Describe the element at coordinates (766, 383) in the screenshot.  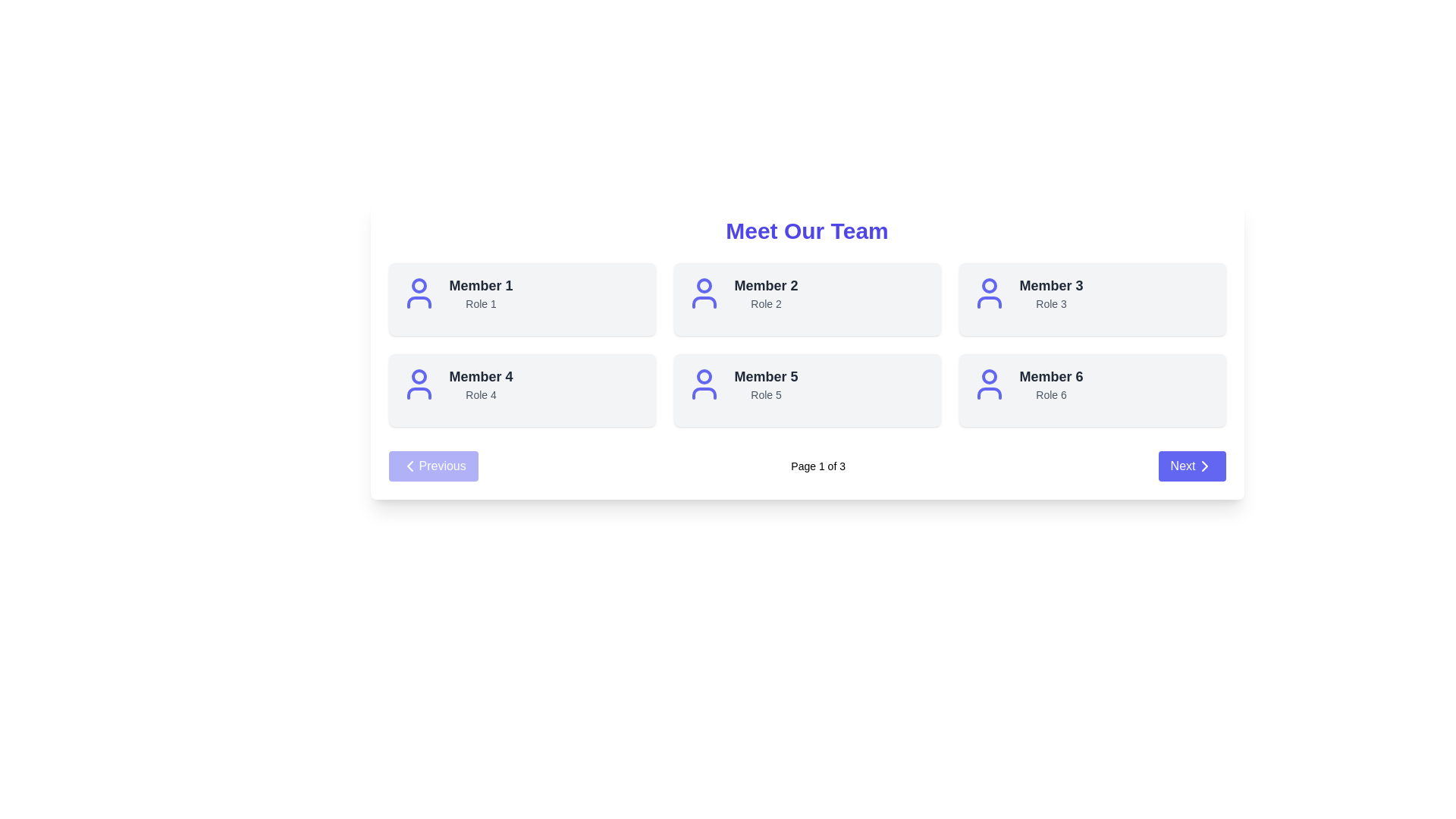
I see `the label displaying 'Member 5' with the role 'Role 5', located in the second row, third column of the team member grid` at that location.